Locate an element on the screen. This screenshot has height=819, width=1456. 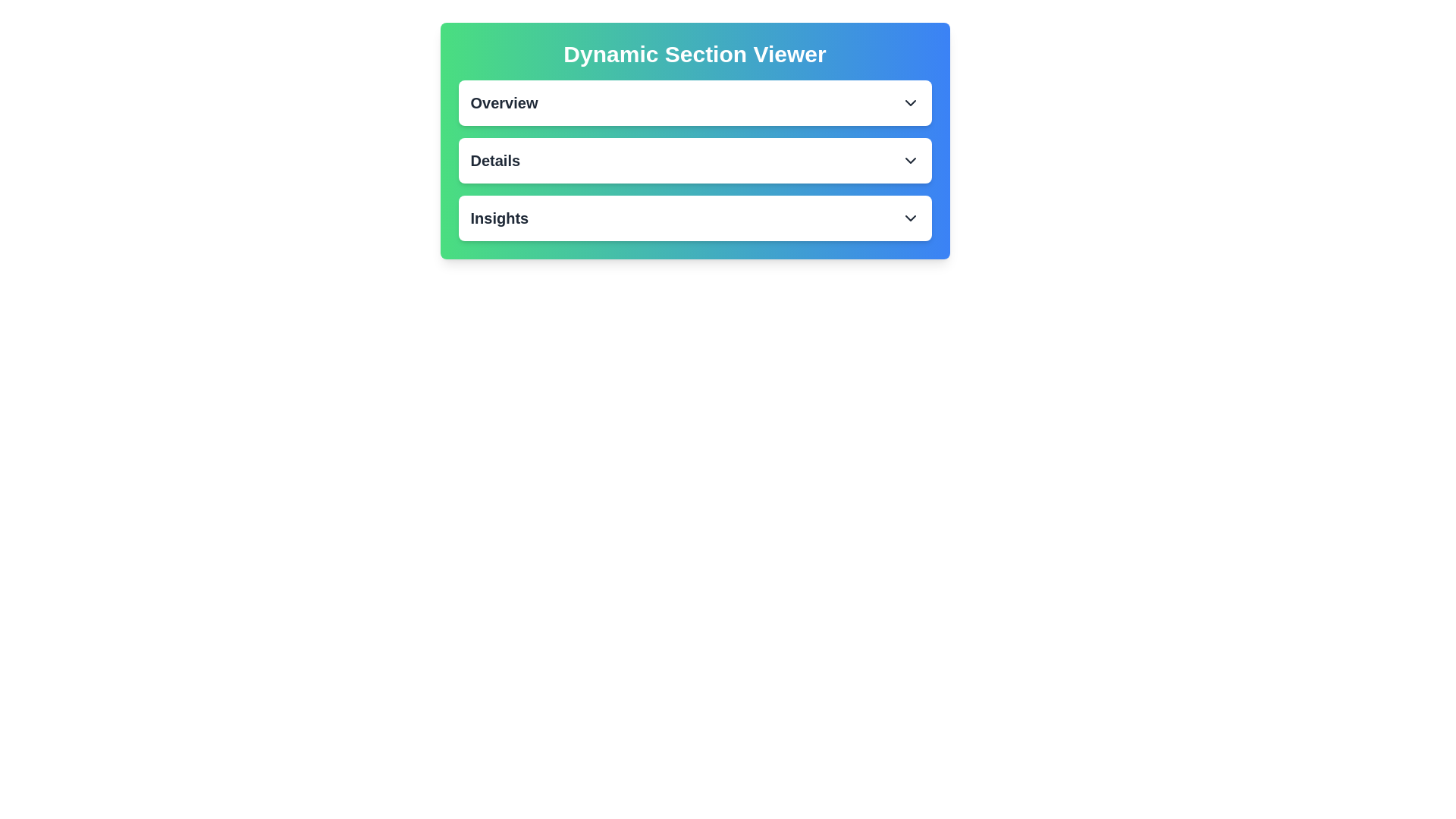
the first button in the group that expands or collapses the 'Overview' section is located at coordinates (694, 102).